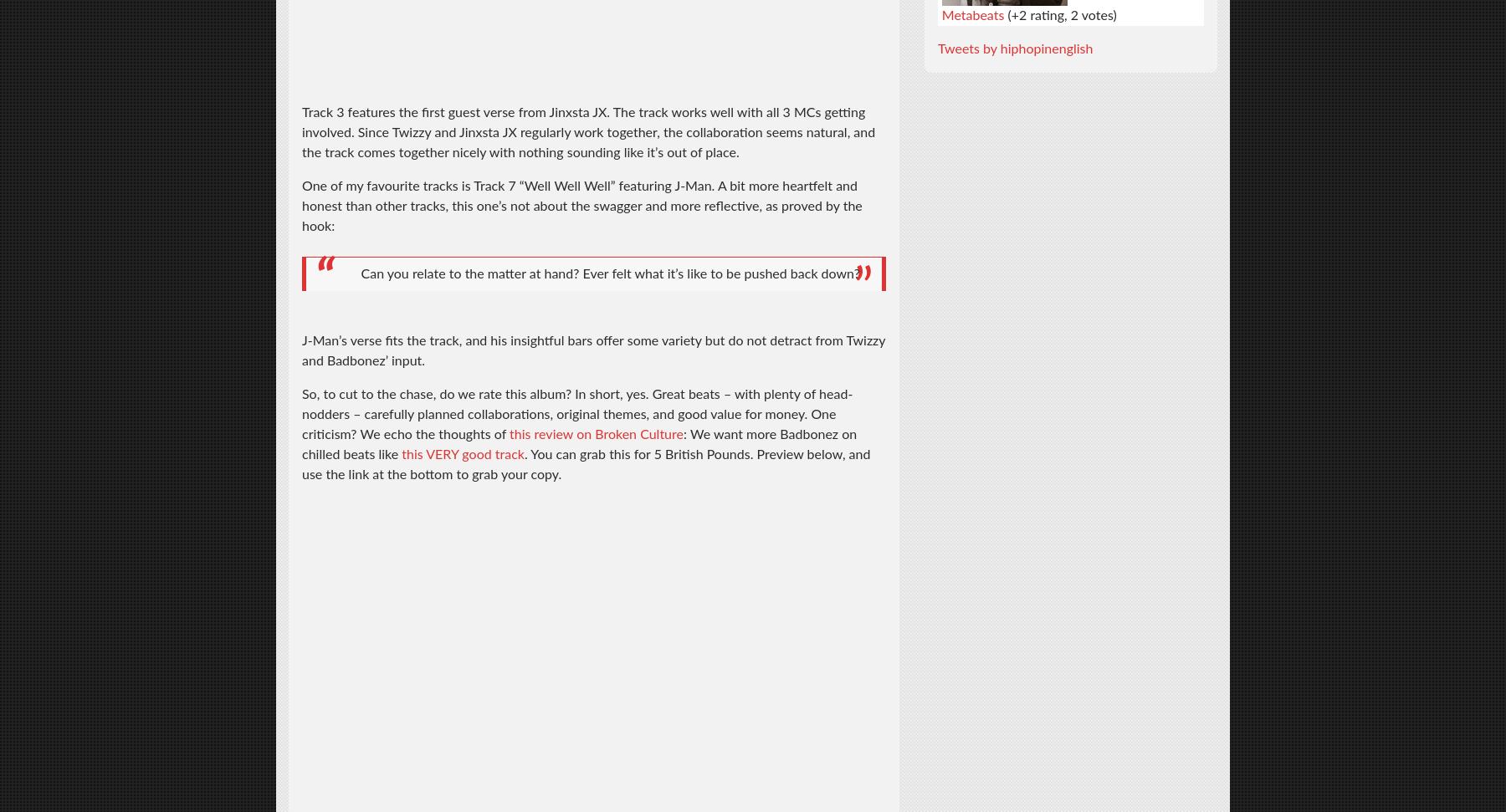  What do you see at coordinates (938, 47) in the screenshot?
I see `'Tweets by hiphopinenglish'` at bounding box center [938, 47].